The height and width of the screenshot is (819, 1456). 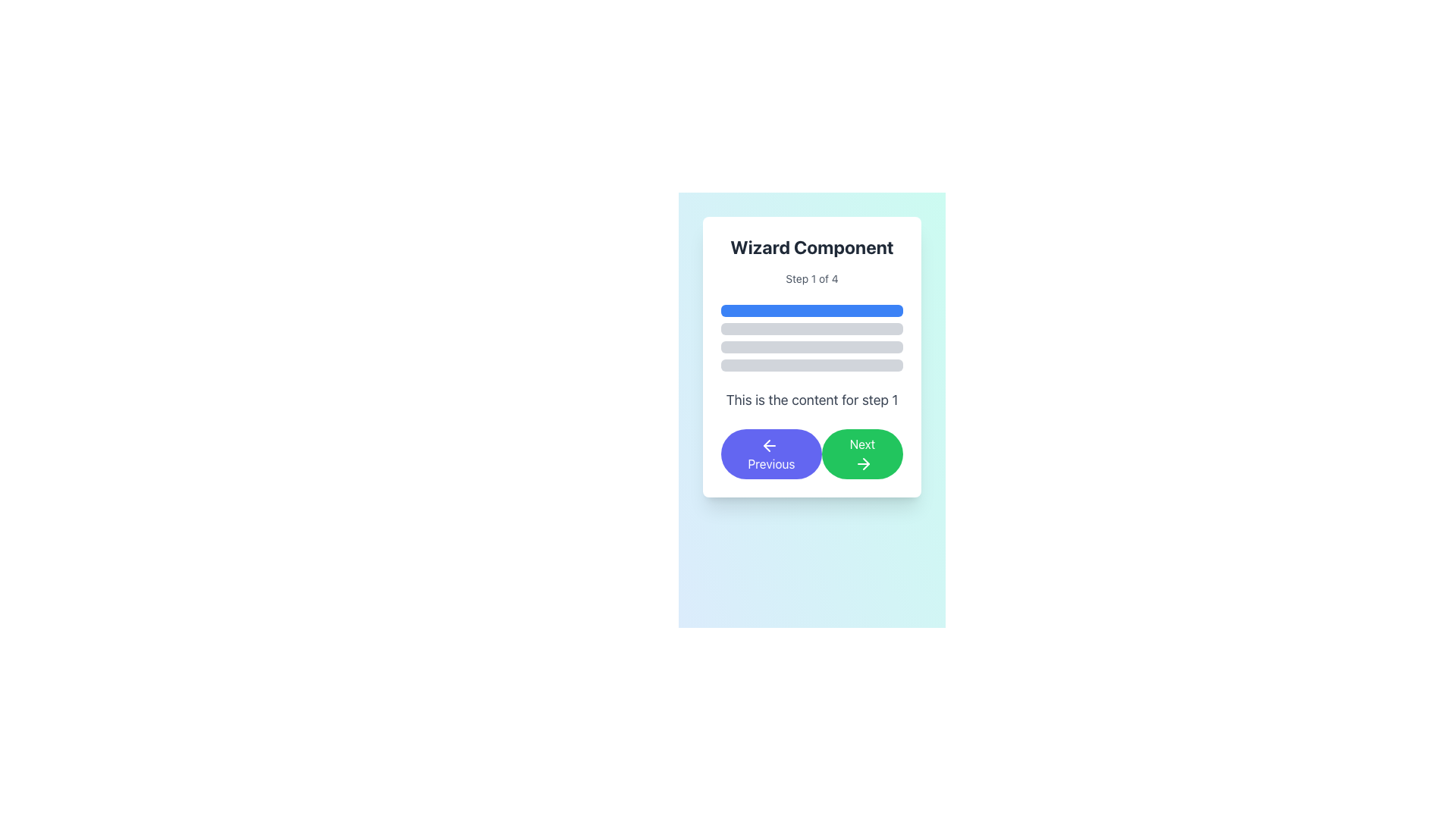 What do you see at coordinates (770, 444) in the screenshot?
I see `the left-pointing arrow icon inside the blue circular 'Previous' button` at bounding box center [770, 444].